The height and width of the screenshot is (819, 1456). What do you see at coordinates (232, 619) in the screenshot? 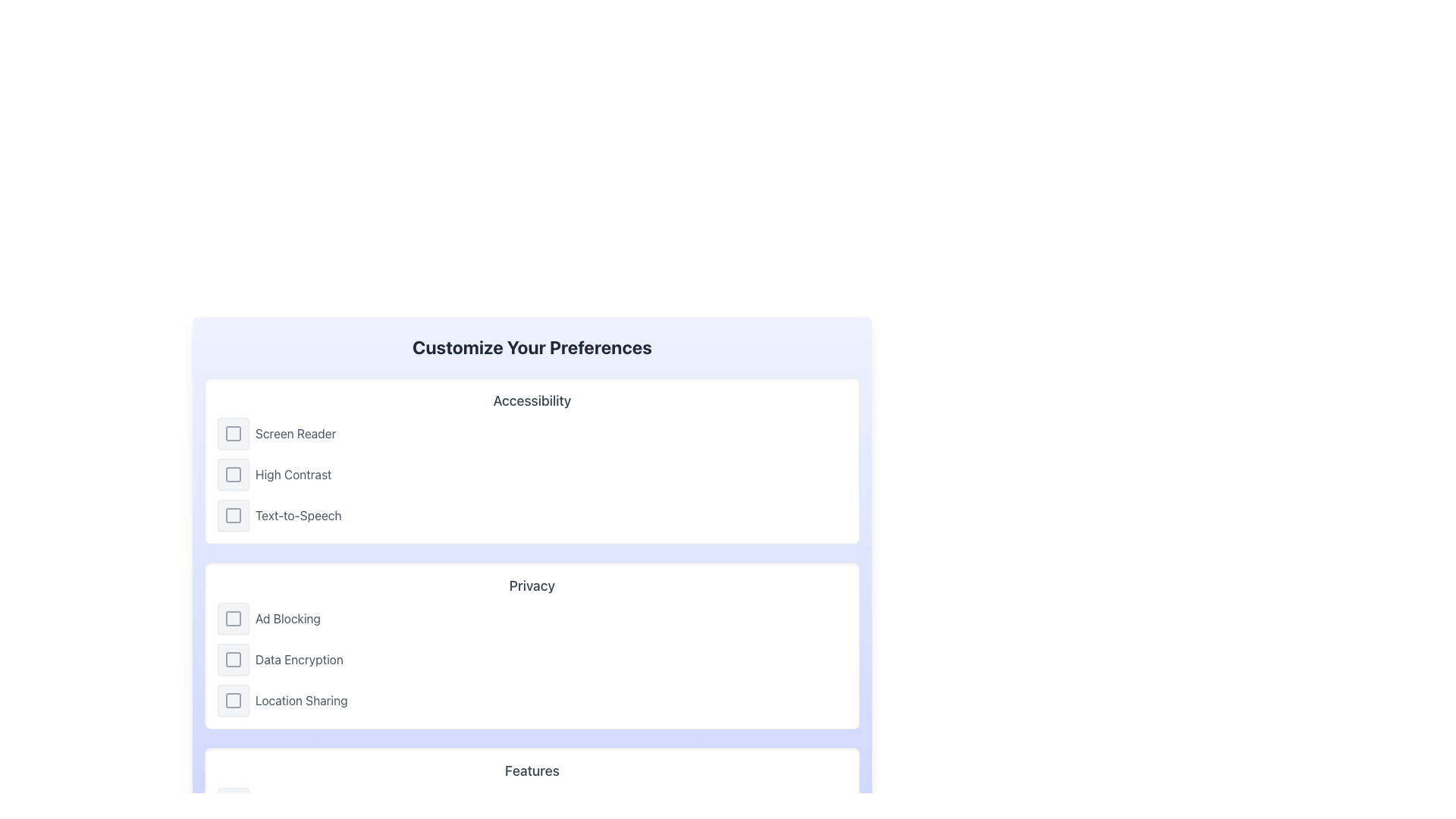
I see `the 'Ad Blocking' checkbox` at bounding box center [232, 619].